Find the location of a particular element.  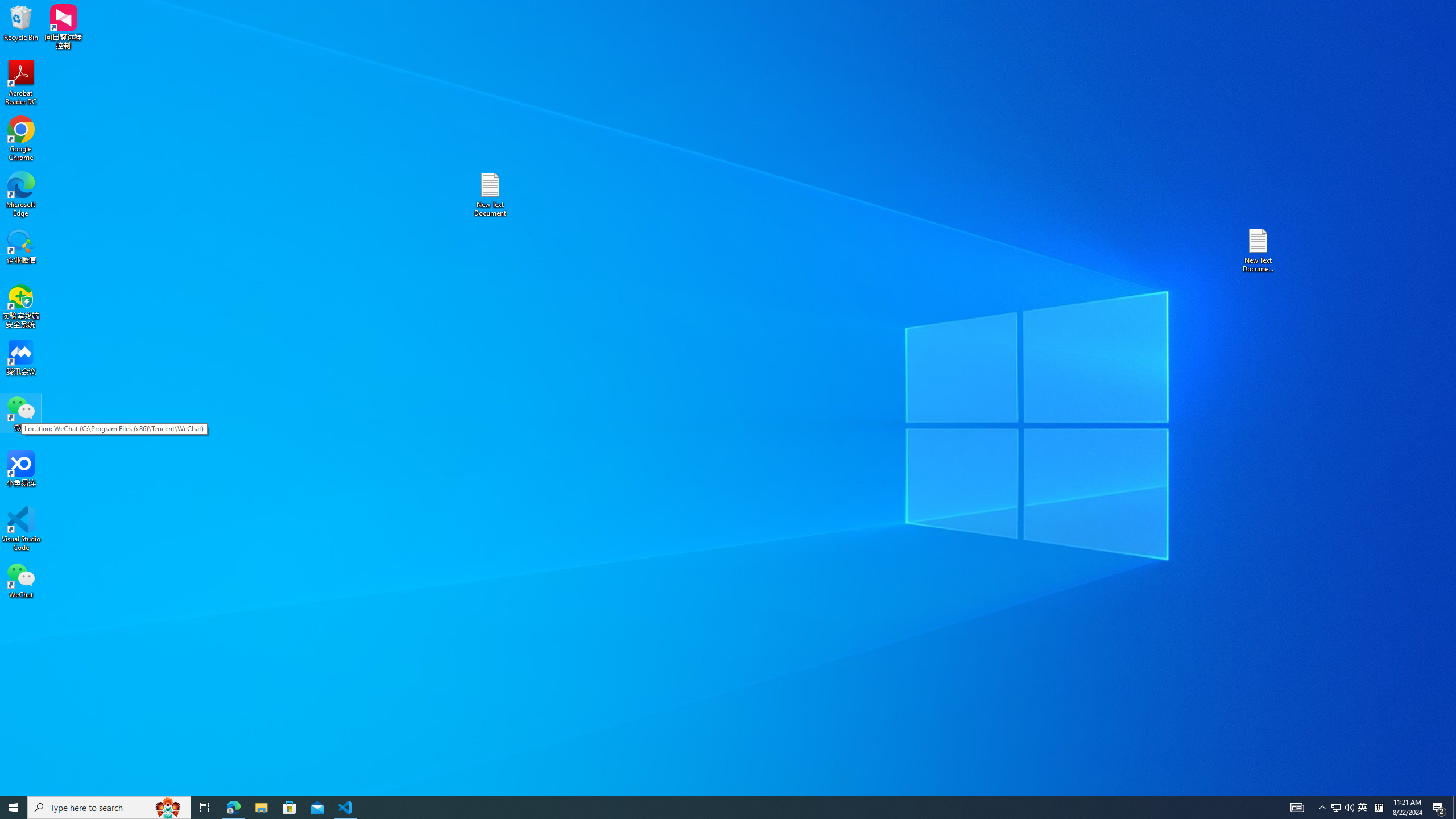

'New Text Document' is located at coordinates (489, 194).